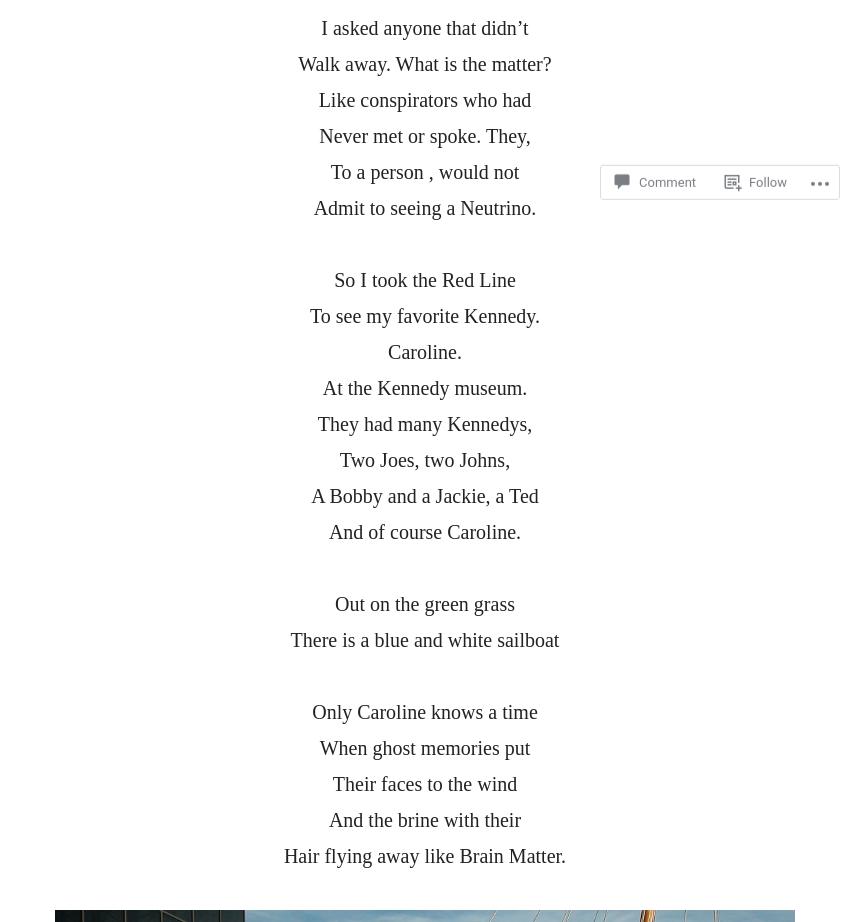 The height and width of the screenshot is (922, 850). I want to click on 'Admit to seeing a Neutrino.', so click(424, 208).